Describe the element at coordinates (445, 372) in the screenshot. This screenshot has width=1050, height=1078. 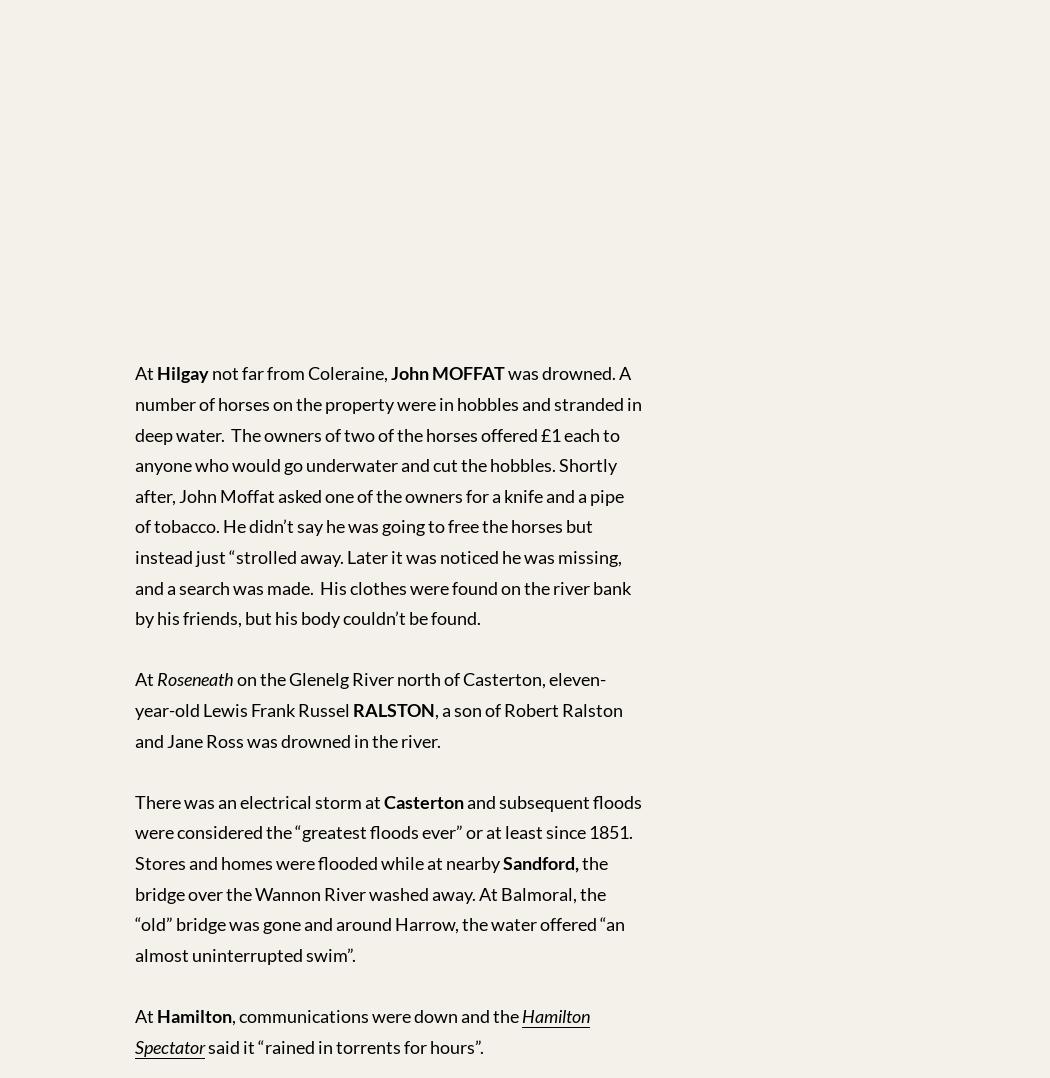
I see `'John MOFFAT'` at that location.